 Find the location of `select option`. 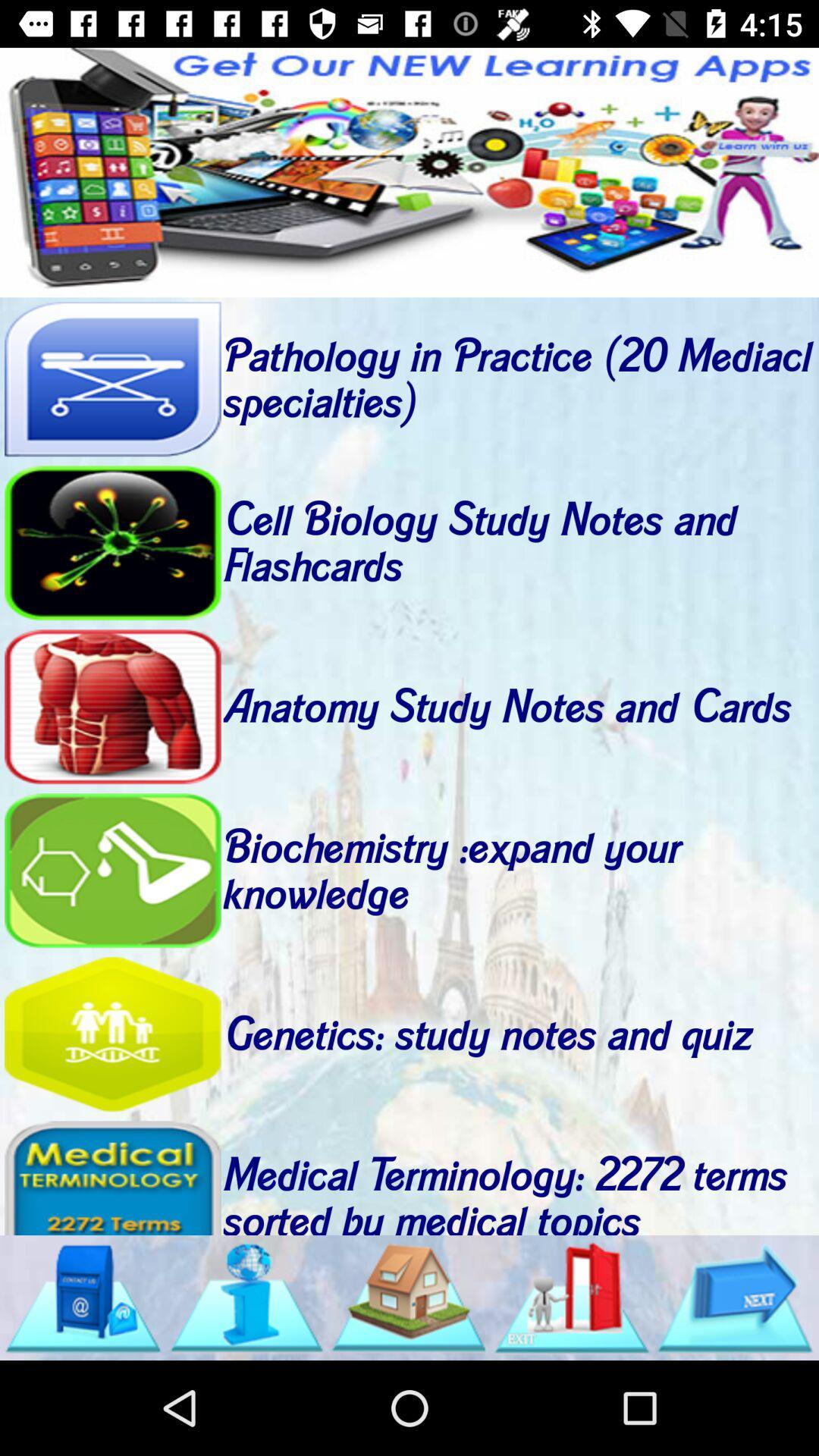

select option is located at coordinates (111, 543).